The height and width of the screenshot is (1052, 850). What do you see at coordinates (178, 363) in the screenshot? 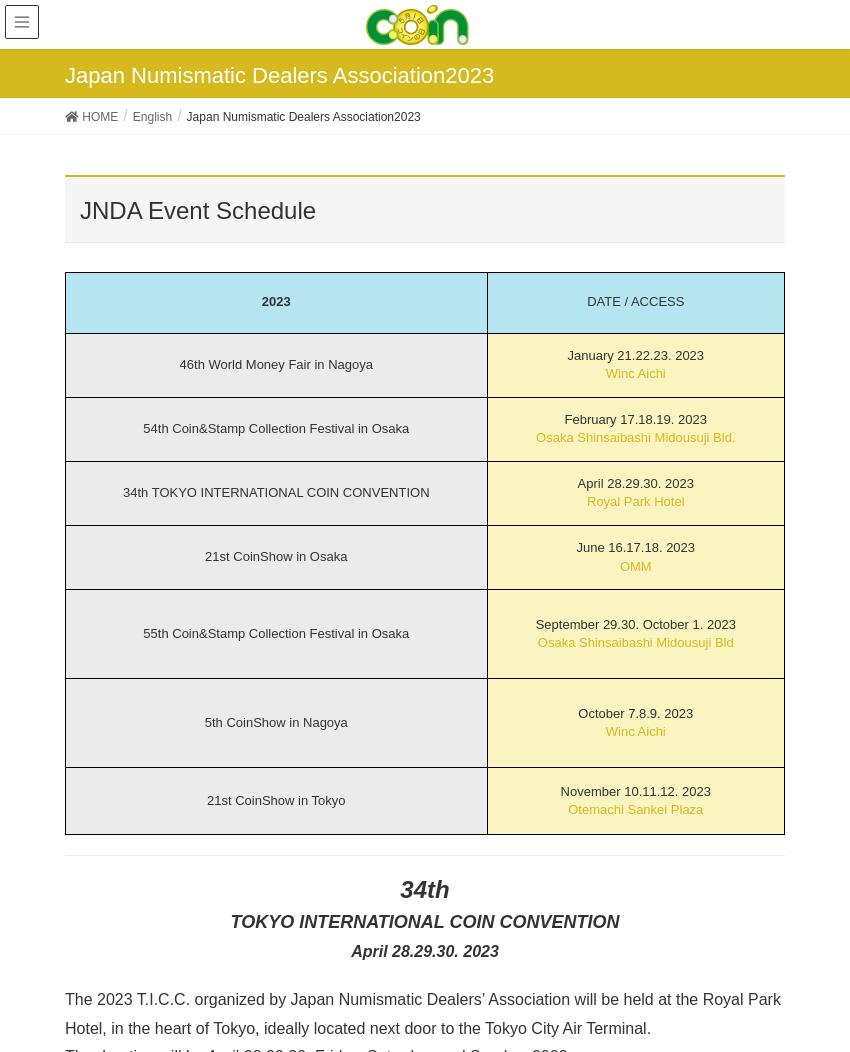
I see `'46th World Money Fair in Nagoya'` at bounding box center [178, 363].